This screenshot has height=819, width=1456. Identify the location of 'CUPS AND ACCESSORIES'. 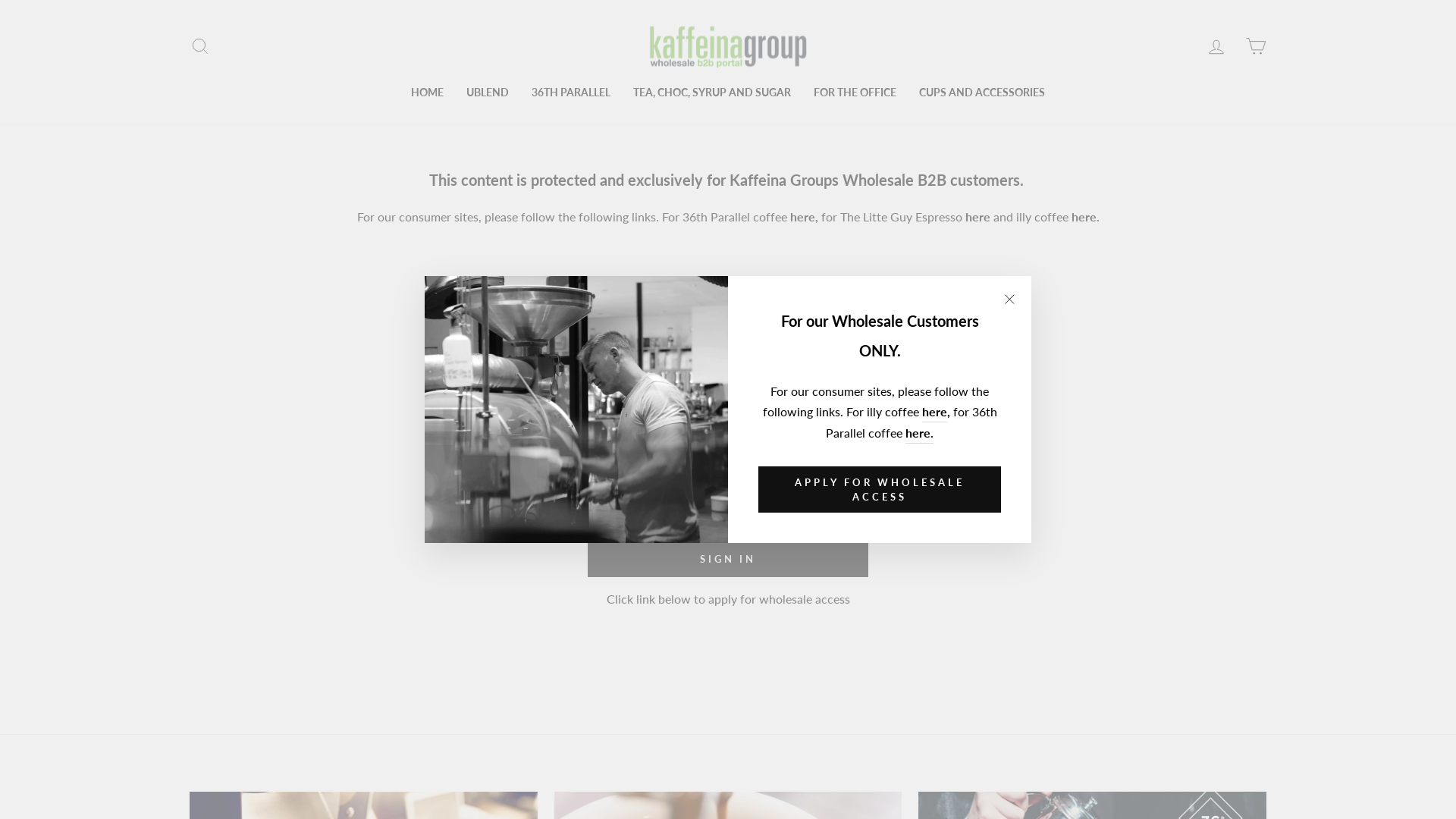
(907, 93).